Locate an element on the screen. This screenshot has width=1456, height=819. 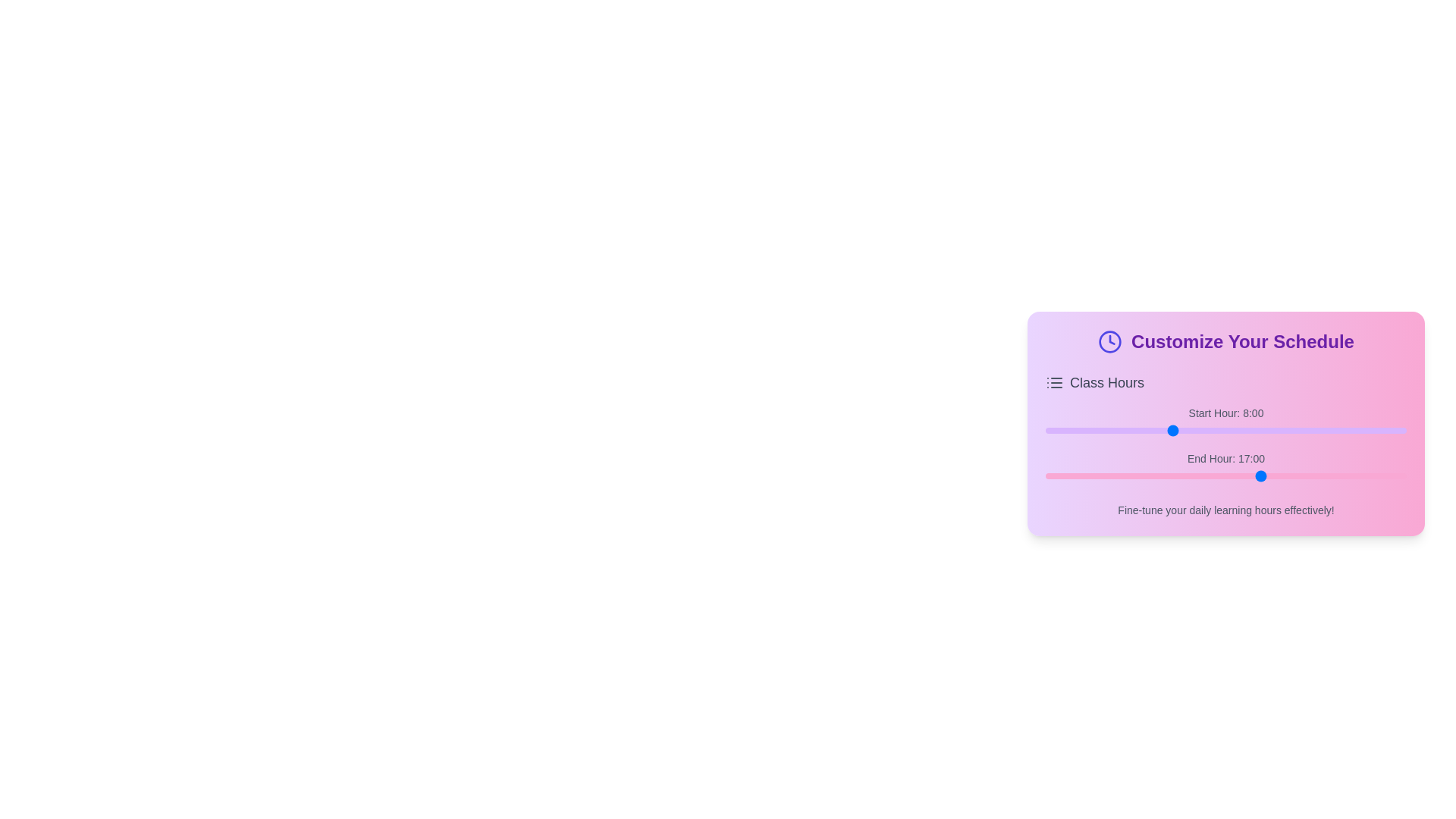
the slider to set the start hour to 1 is located at coordinates (1060, 430).